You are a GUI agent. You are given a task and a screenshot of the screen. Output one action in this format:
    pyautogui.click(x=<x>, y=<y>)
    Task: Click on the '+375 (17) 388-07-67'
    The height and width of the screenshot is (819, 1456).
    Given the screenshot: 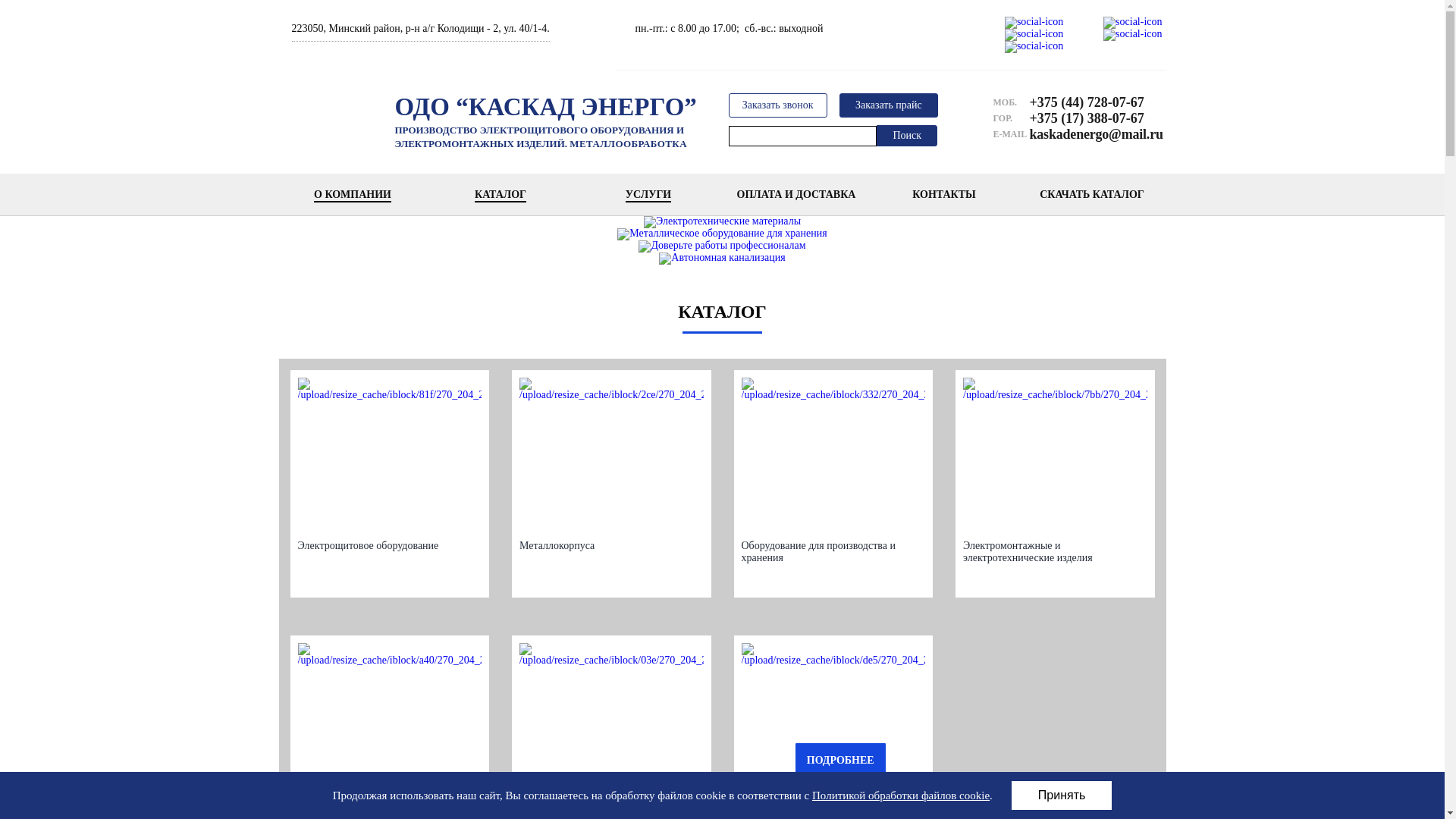 What is the action you would take?
    pyautogui.click(x=1090, y=117)
    